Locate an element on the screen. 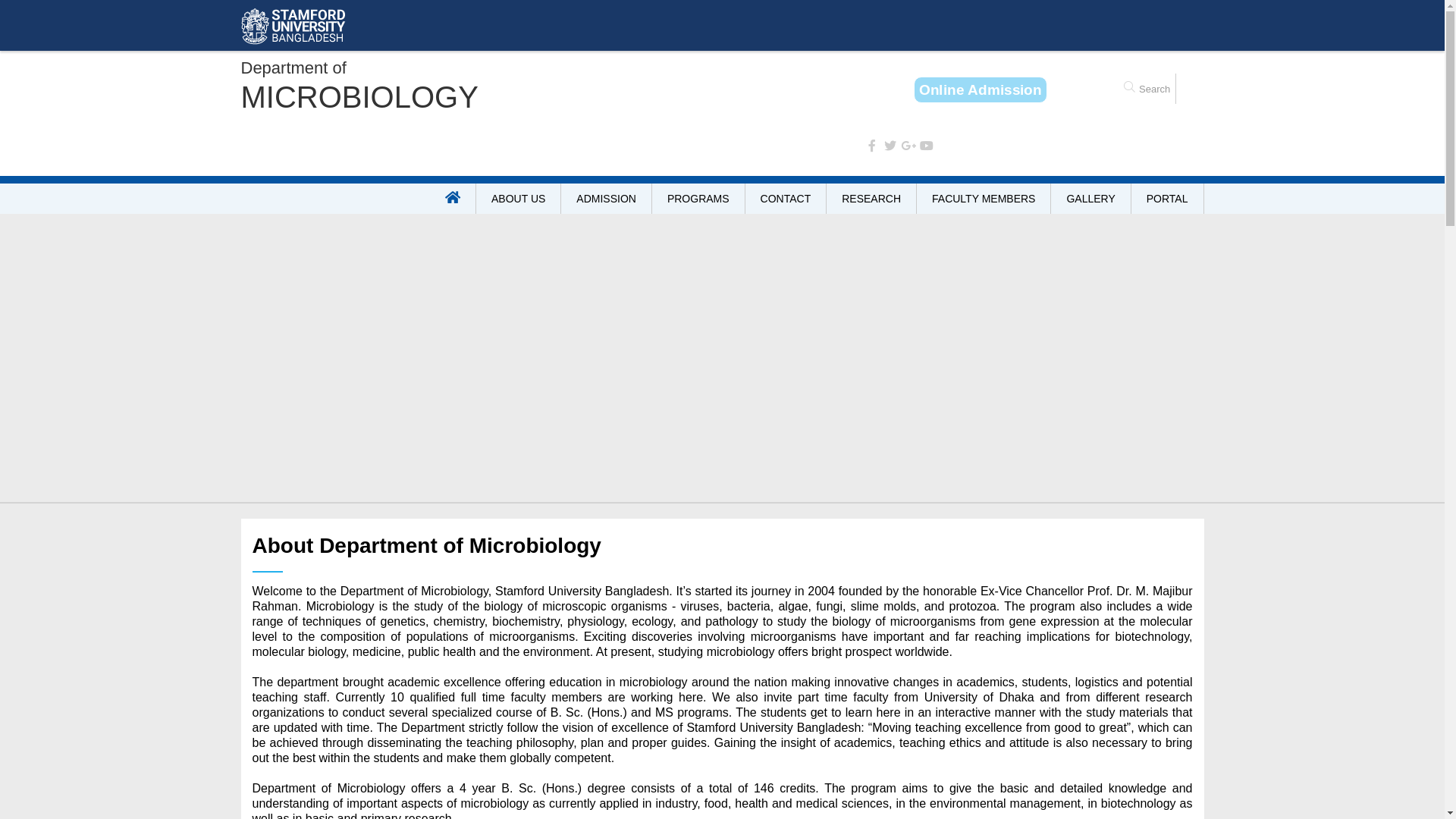 This screenshot has width=1456, height=819. 'GALLERY' is located at coordinates (1090, 198).